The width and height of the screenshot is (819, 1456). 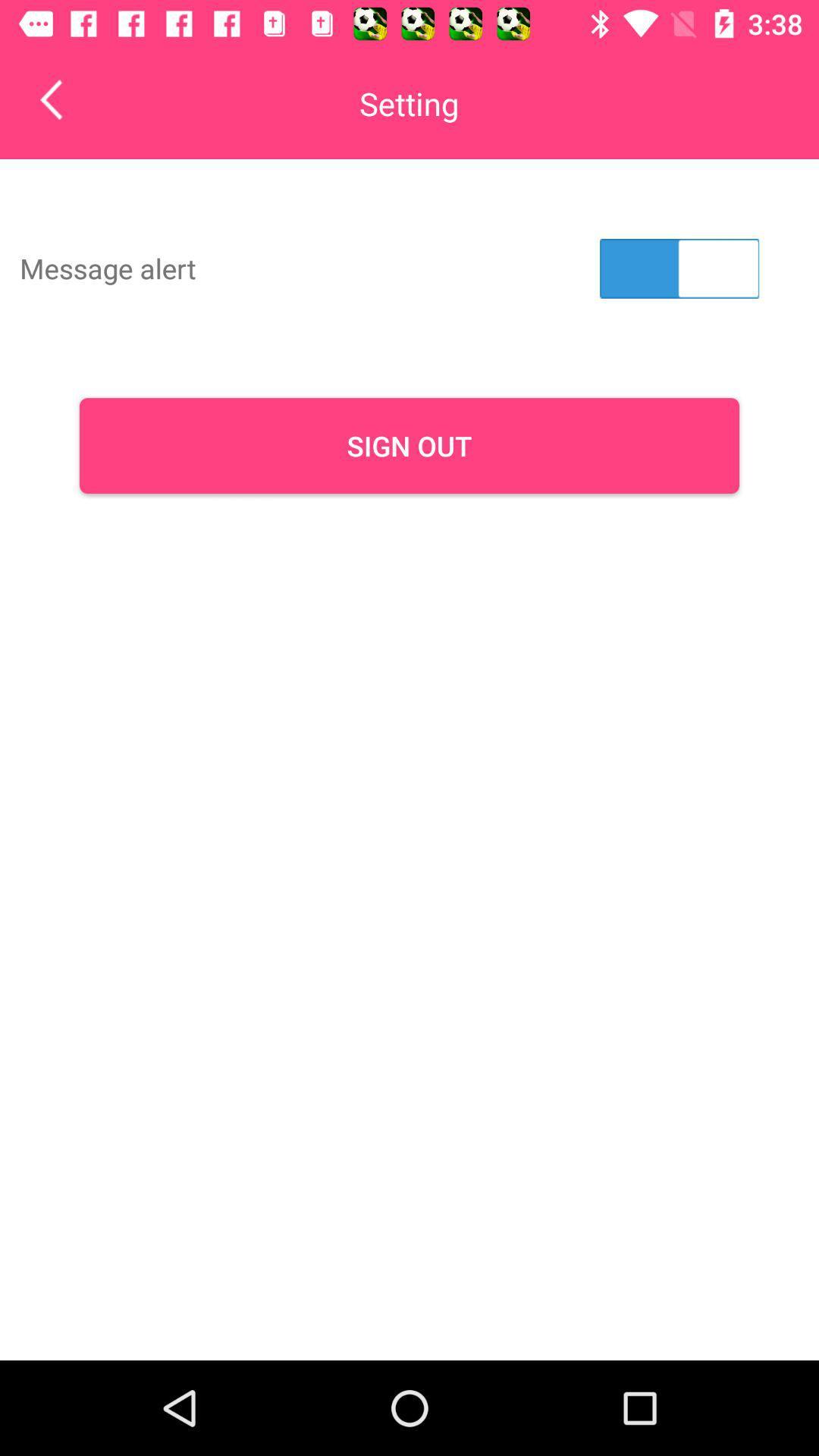 What do you see at coordinates (61, 99) in the screenshot?
I see `the item next to setting icon` at bounding box center [61, 99].